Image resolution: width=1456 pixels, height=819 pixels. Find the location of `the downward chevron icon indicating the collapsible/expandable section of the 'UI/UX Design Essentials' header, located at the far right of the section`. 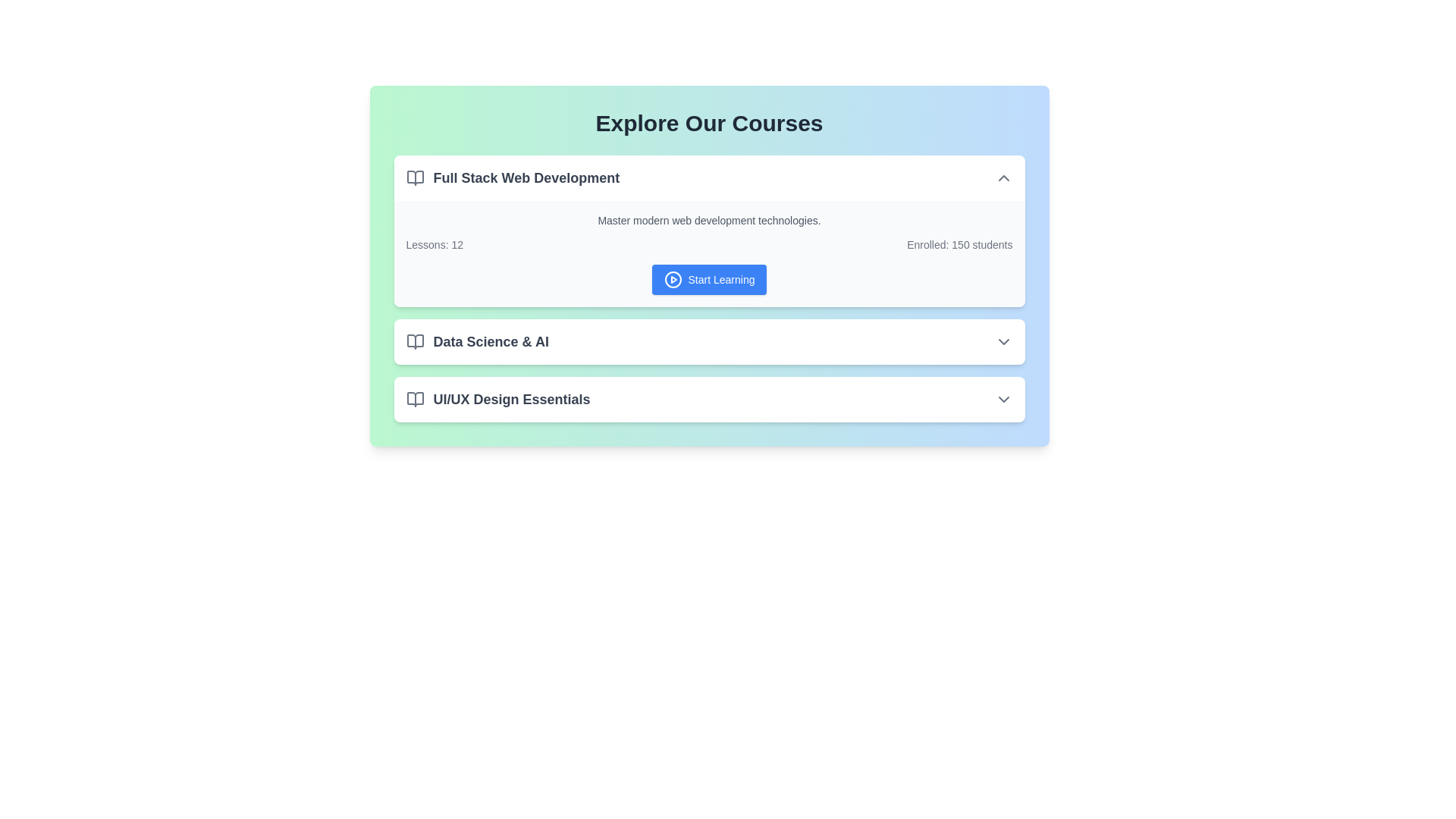

the downward chevron icon indicating the collapsible/expandable section of the 'UI/UX Design Essentials' header, located at the far right of the section is located at coordinates (1003, 399).